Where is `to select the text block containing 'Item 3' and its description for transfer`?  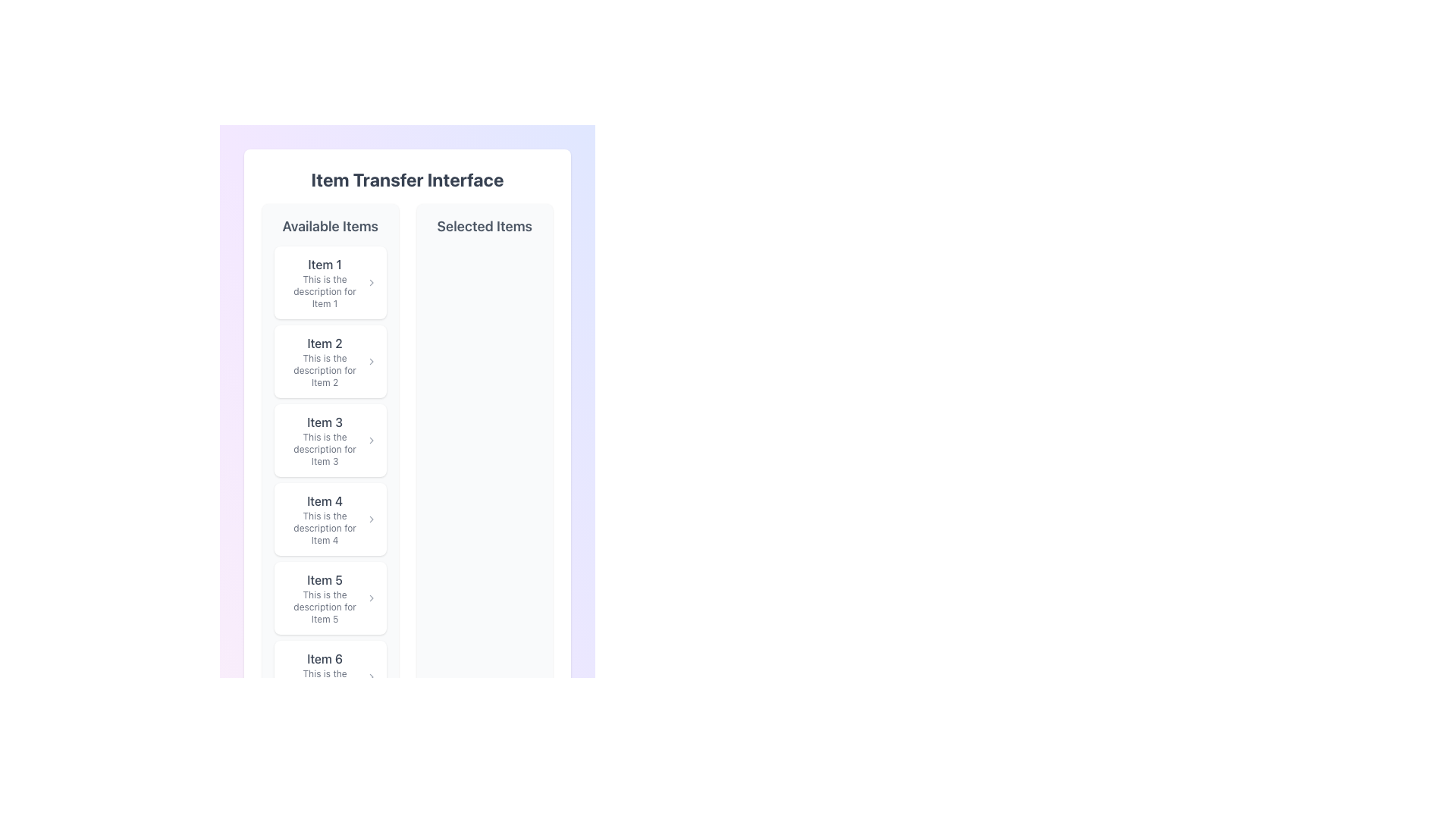
to select the text block containing 'Item 3' and its description for transfer is located at coordinates (323, 441).